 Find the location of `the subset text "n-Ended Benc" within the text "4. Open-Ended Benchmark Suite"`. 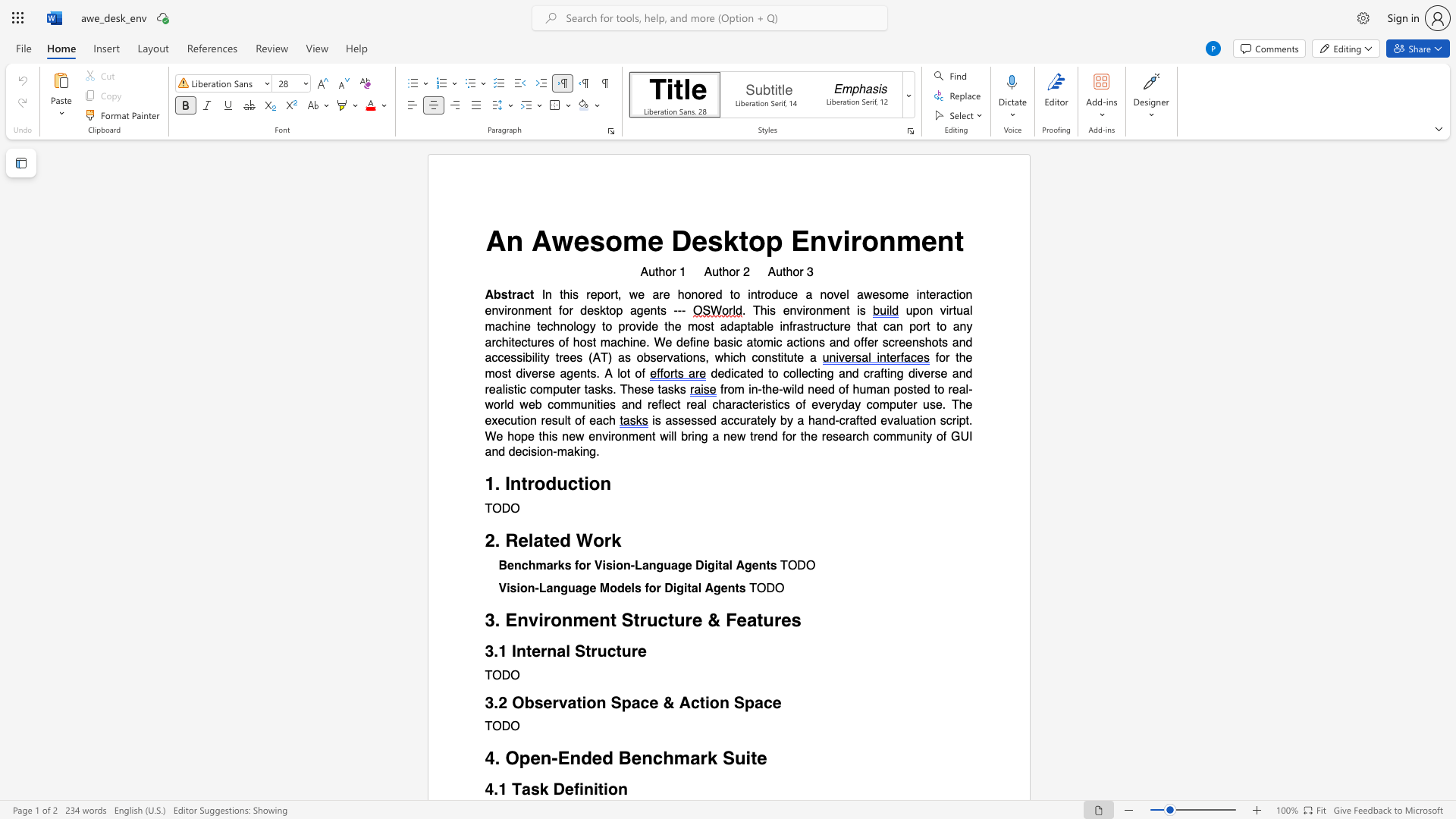

the subset text "n-Ended Benc" within the text "4. Open-Ended Benchmark Suite" is located at coordinates (540, 758).